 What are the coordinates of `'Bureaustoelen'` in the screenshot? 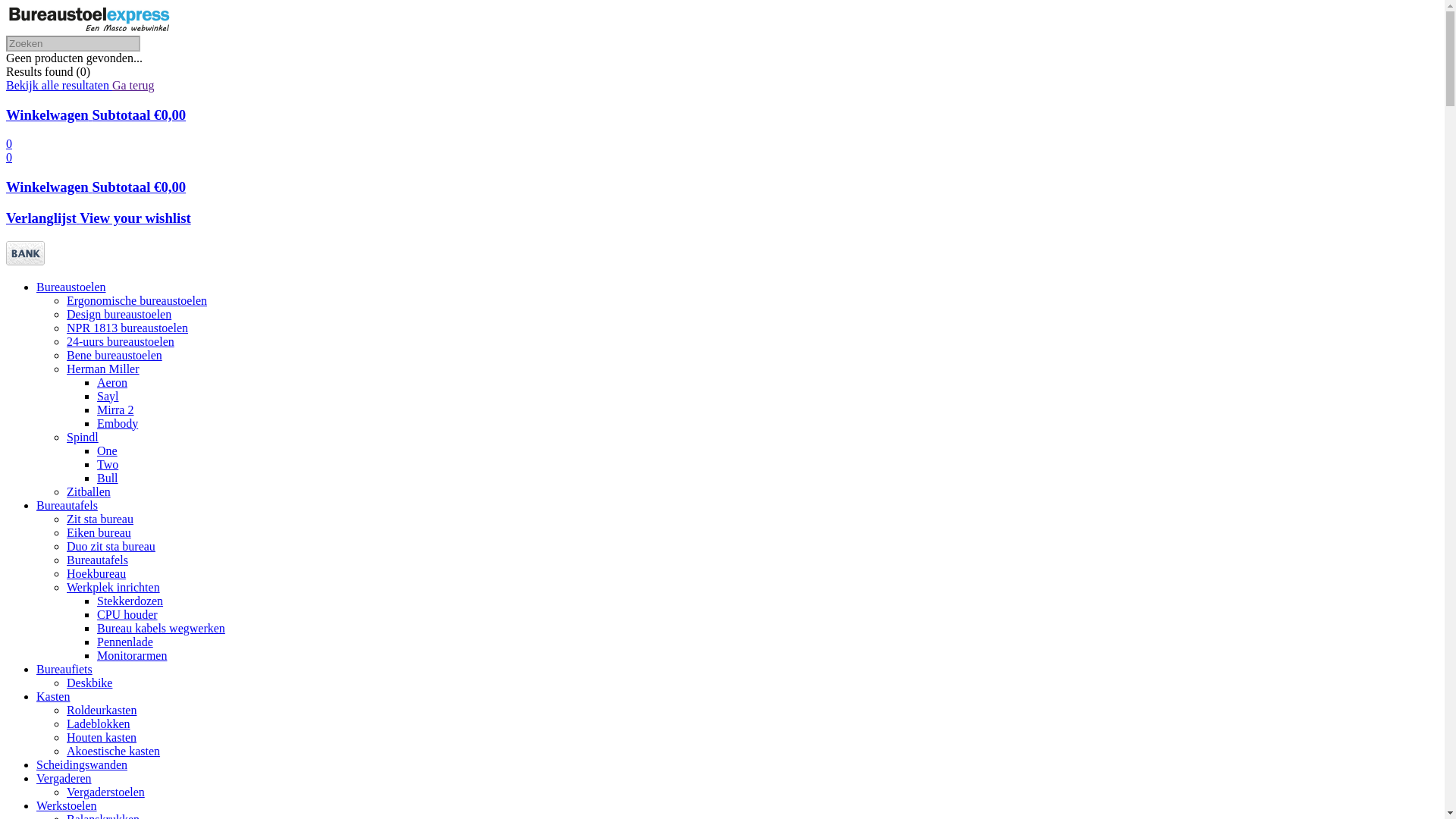 It's located at (36, 287).